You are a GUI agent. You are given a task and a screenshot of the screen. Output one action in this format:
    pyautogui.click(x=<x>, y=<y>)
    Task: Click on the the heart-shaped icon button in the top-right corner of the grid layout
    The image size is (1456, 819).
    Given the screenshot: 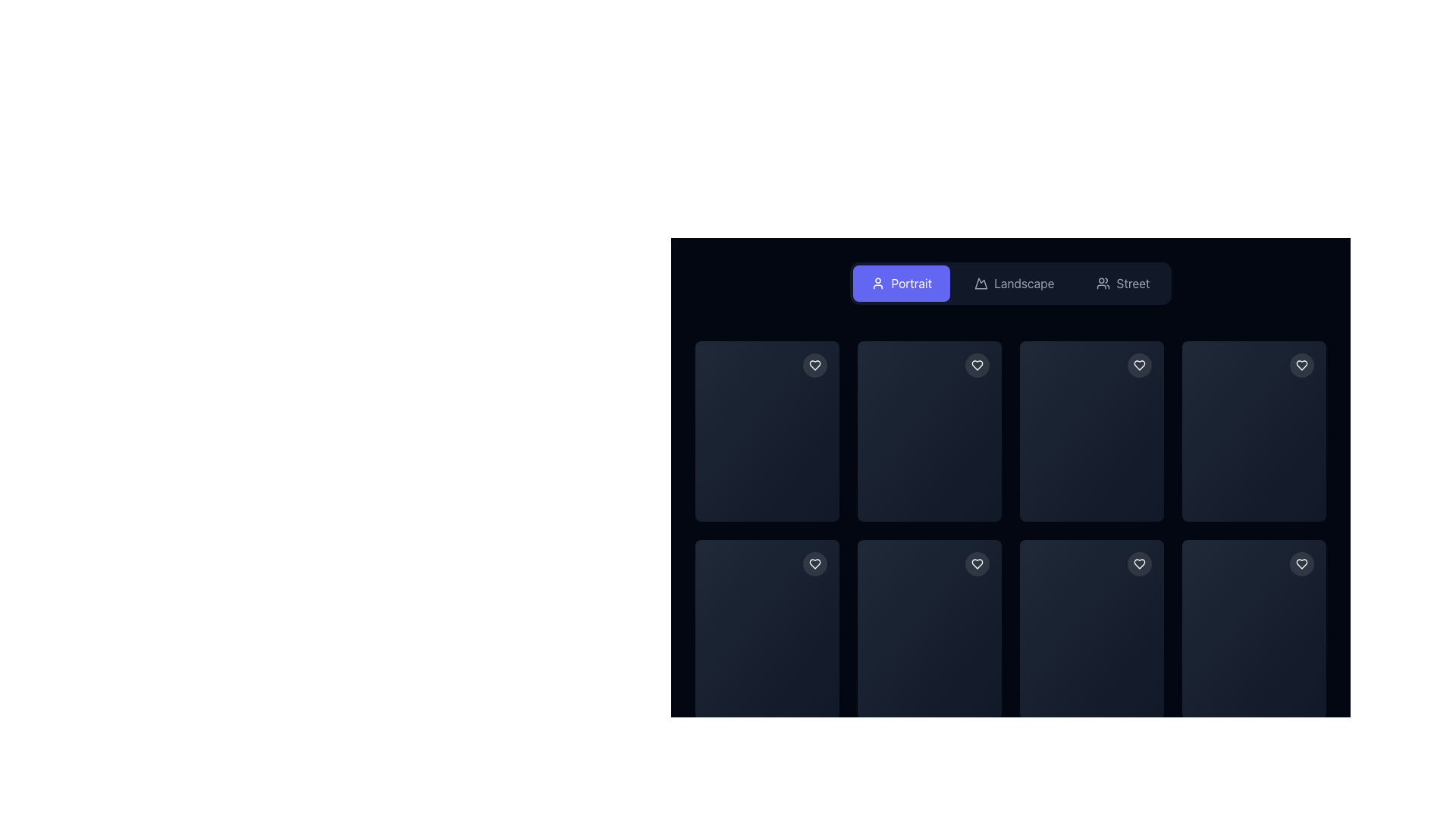 What is the action you would take?
    pyautogui.click(x=1301, y=366)
    